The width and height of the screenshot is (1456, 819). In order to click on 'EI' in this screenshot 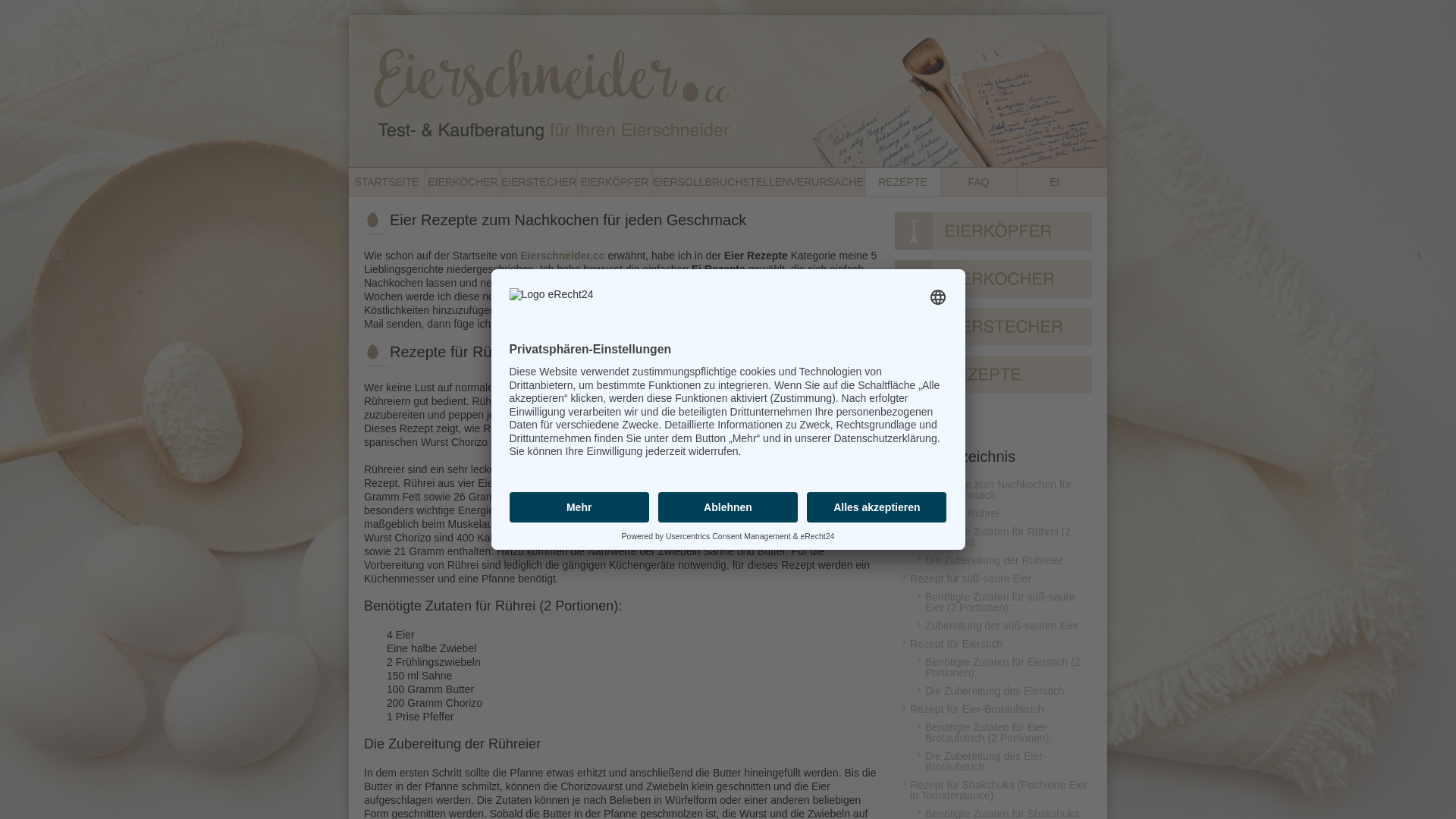, I will do `click(1053, 180)`.